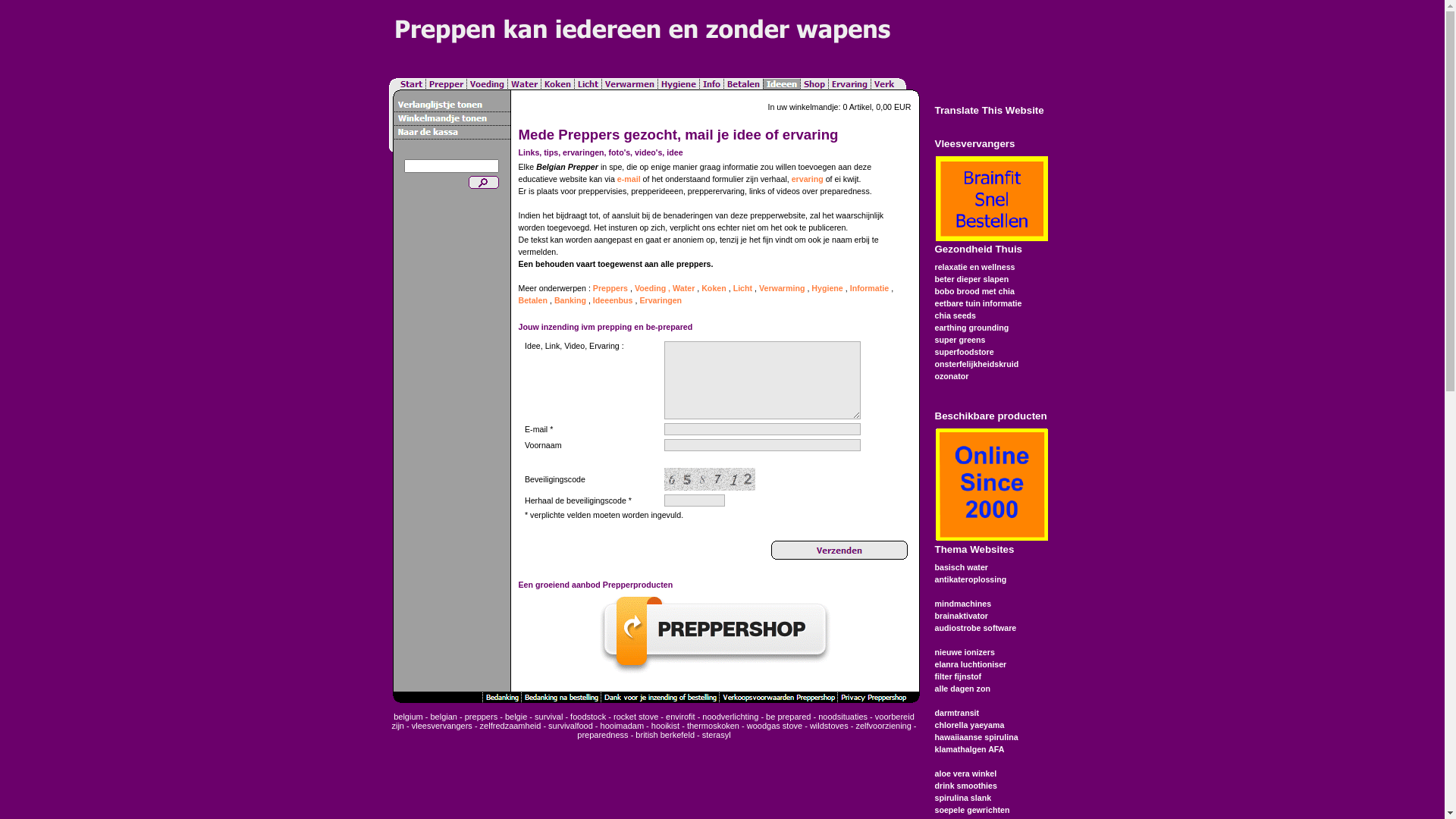 This screenshot has width=1456, height=819. I want to click on 'audiostrobe software', so click(975, 628).